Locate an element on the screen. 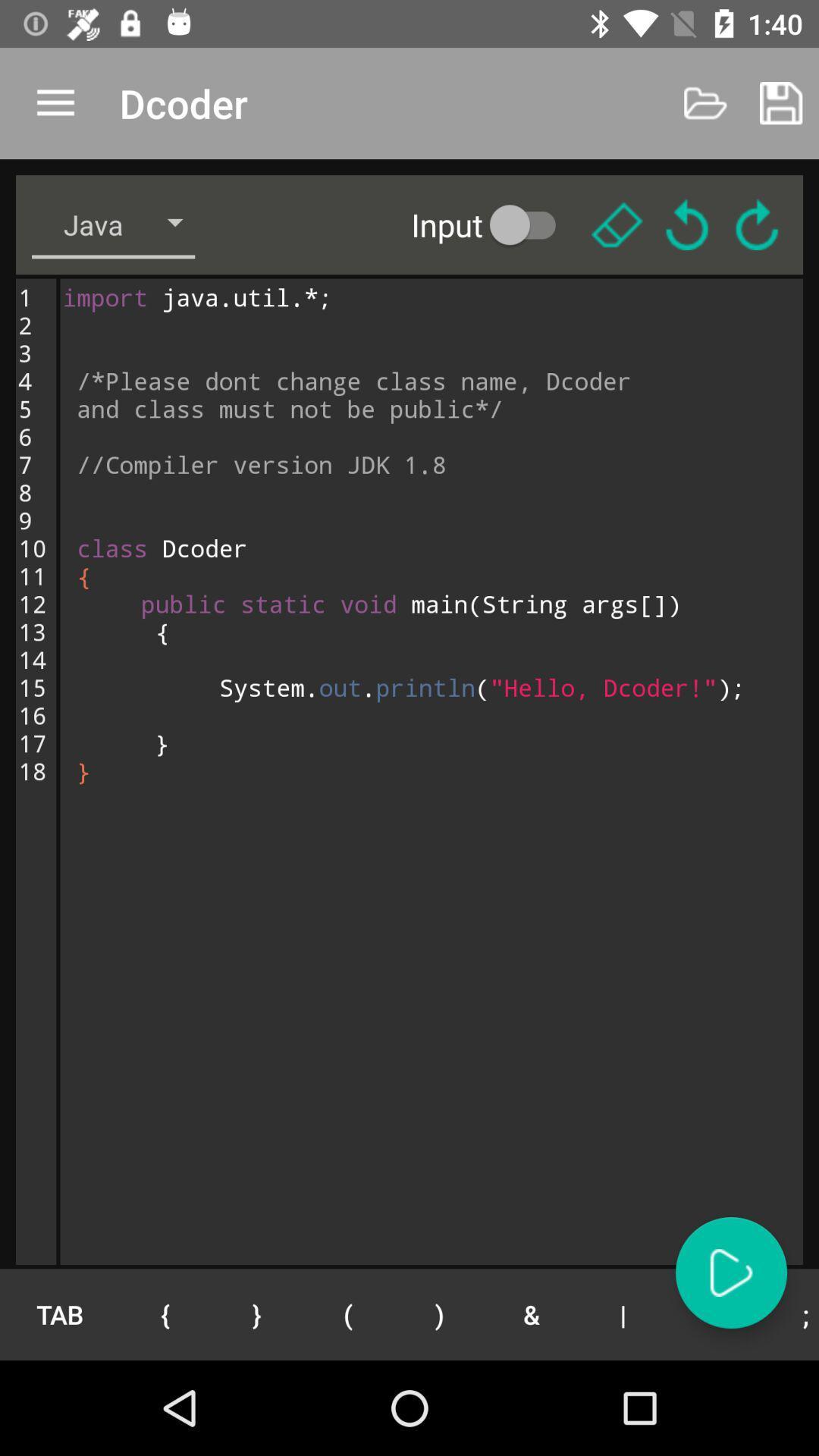 The image size is (819, 1456). the play icon is located at coordinates (730, 1272).